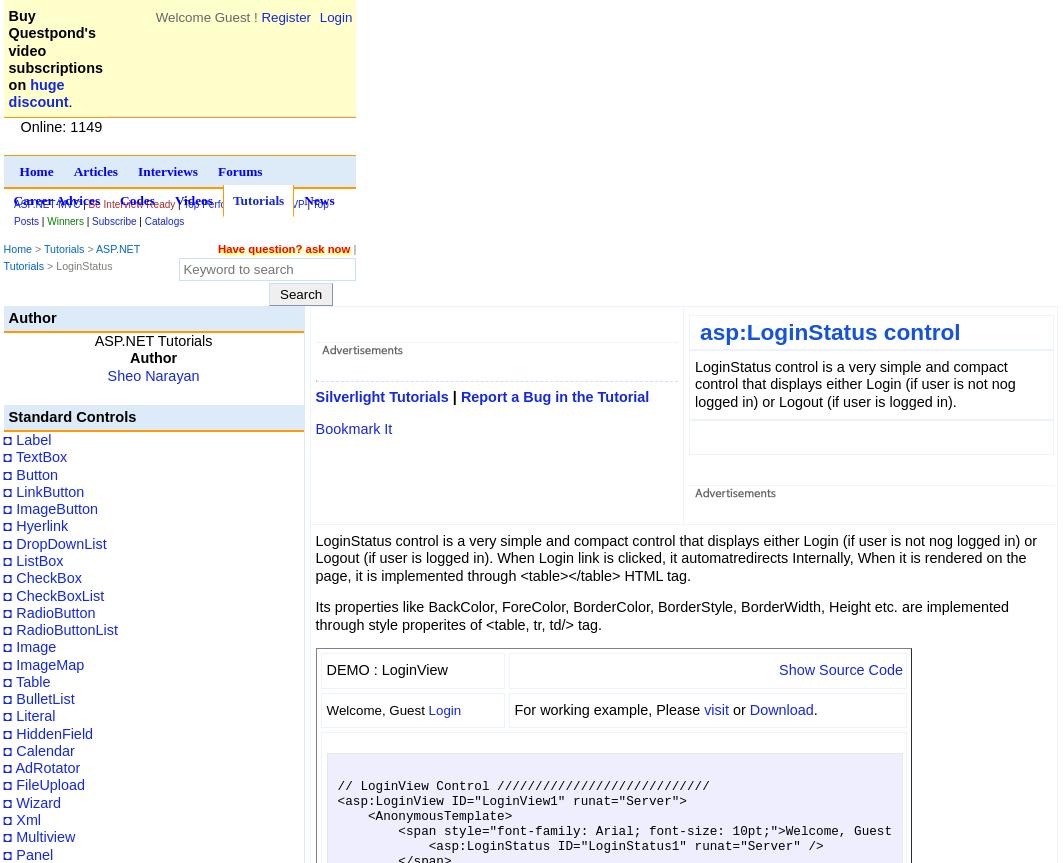 This screenshot has height=863, width=1063. Describe the element at coordinates (553, 396) in the screenshot. I see `'Report a Bug in the
Tutorial'` at that location.